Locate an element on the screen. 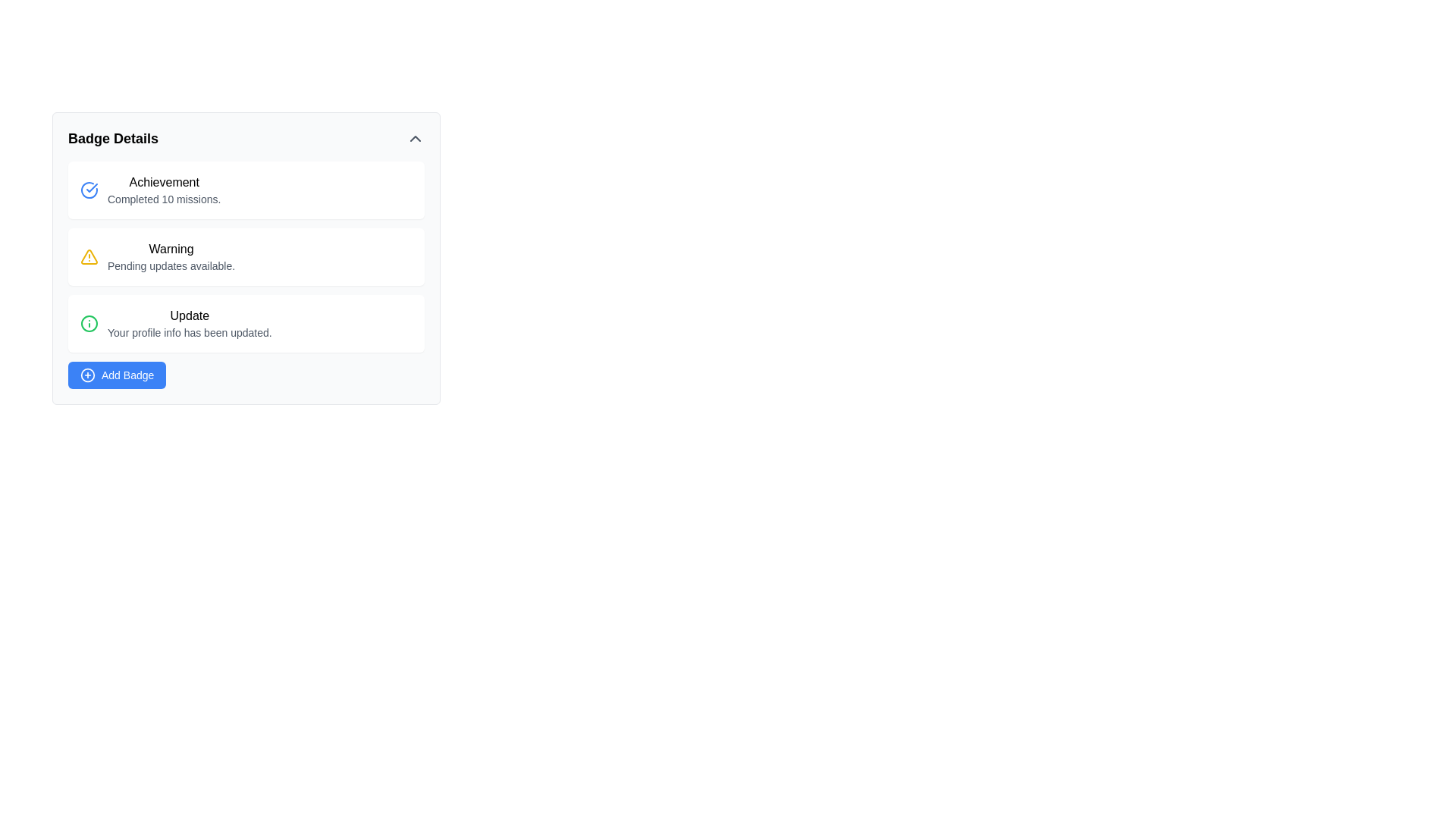 The width and height of the screenshot is (1456, 819). the 'Badge Details' static text label, which is a bold, medium-large text located at the top-left corner of the interface, next to a companion icon is located at coordinates (112, 138).